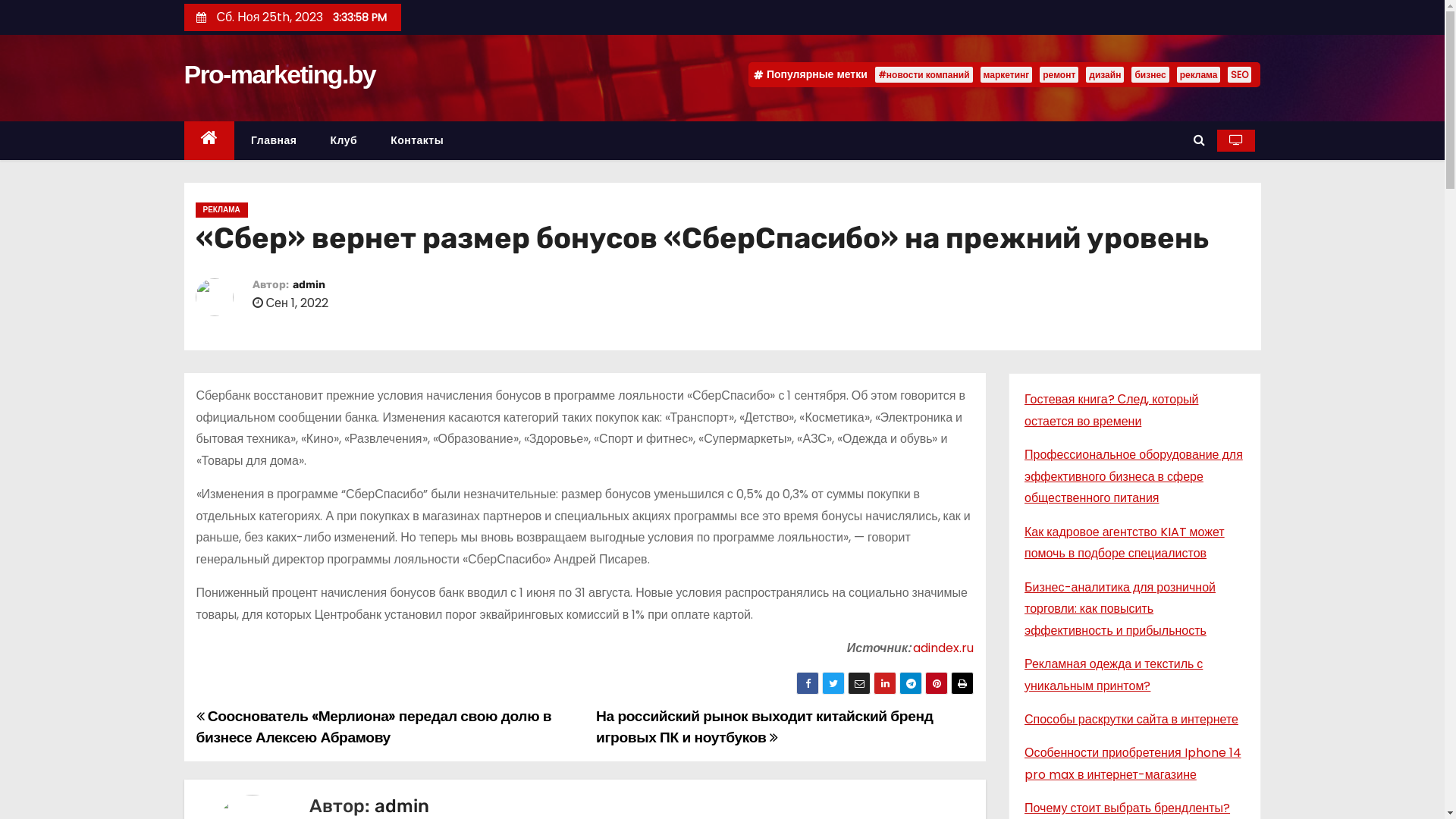  Describe the element at coordinates (942, 648) in the screenshot. I see `'adindex.ru'` at that location.